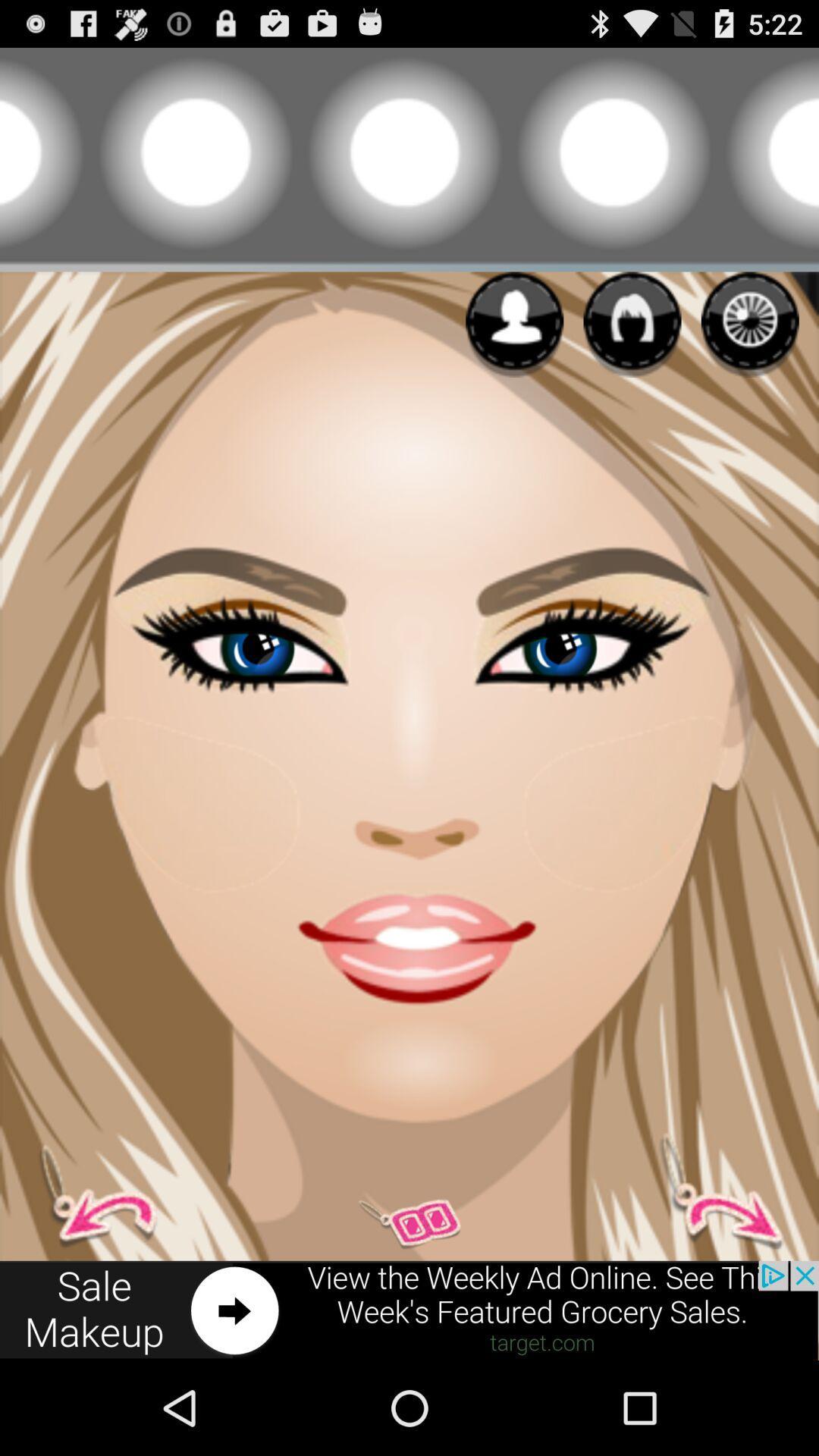 The height and width of the screenshot is (1456, 819). I want to click on the icon on bottom right of the page, so click(711, 1191).